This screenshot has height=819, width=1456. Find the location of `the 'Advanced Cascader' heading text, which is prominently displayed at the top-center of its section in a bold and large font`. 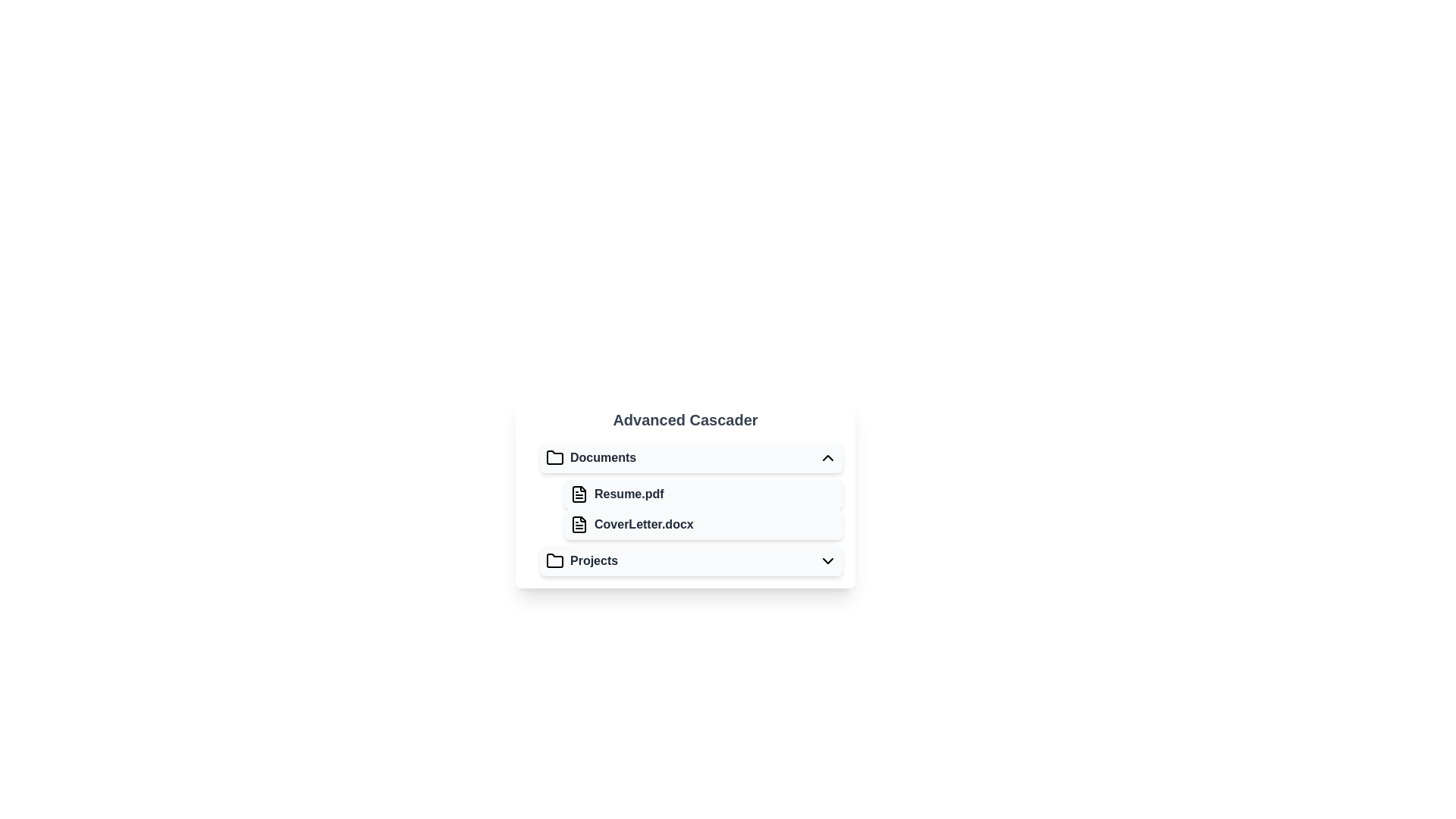

the 'Advanced Cascader' heading text, which is prominently displayed at the top-center of its section in a bold and large font is located at coordinates (684, 420).